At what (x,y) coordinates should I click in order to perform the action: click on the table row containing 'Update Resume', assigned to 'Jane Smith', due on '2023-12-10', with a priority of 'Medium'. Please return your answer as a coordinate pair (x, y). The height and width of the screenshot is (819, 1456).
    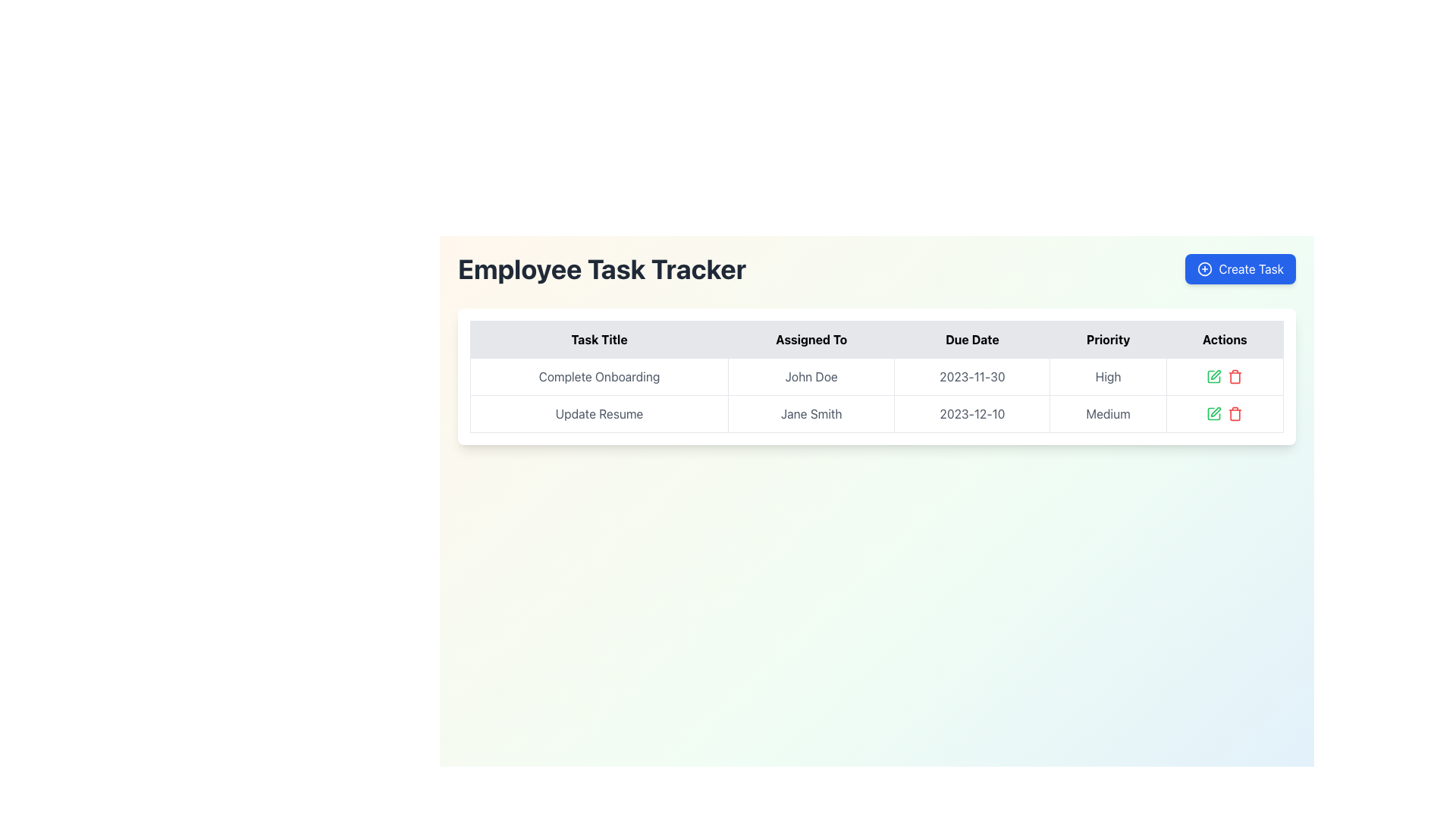
    Looking at the image, I should click on (877, 414).